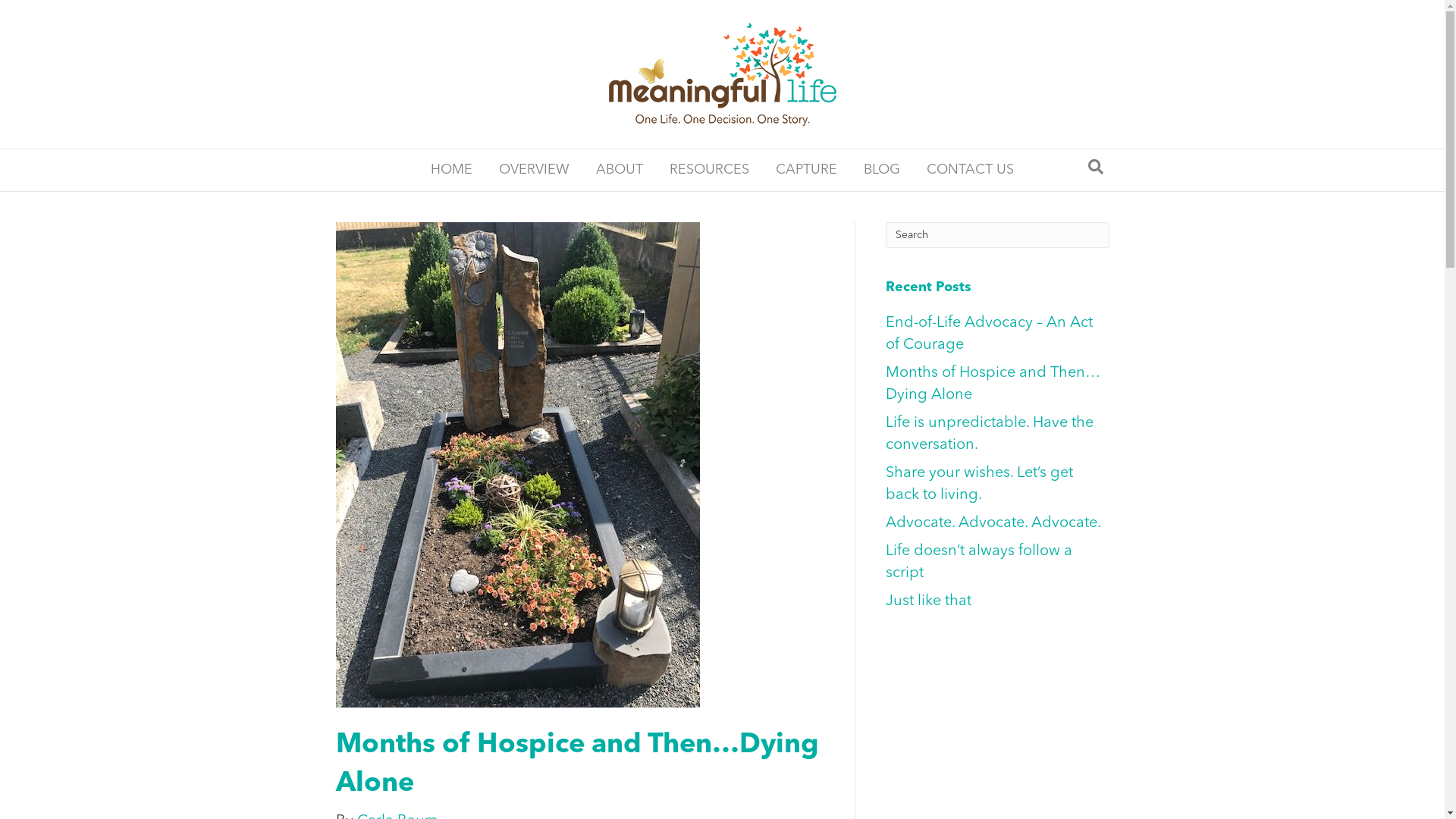 The height and width of the screenshot is (819, 1456). Describe the element at coordinates (450, 170) in the screenshot. I see `'HOME'` at that location.